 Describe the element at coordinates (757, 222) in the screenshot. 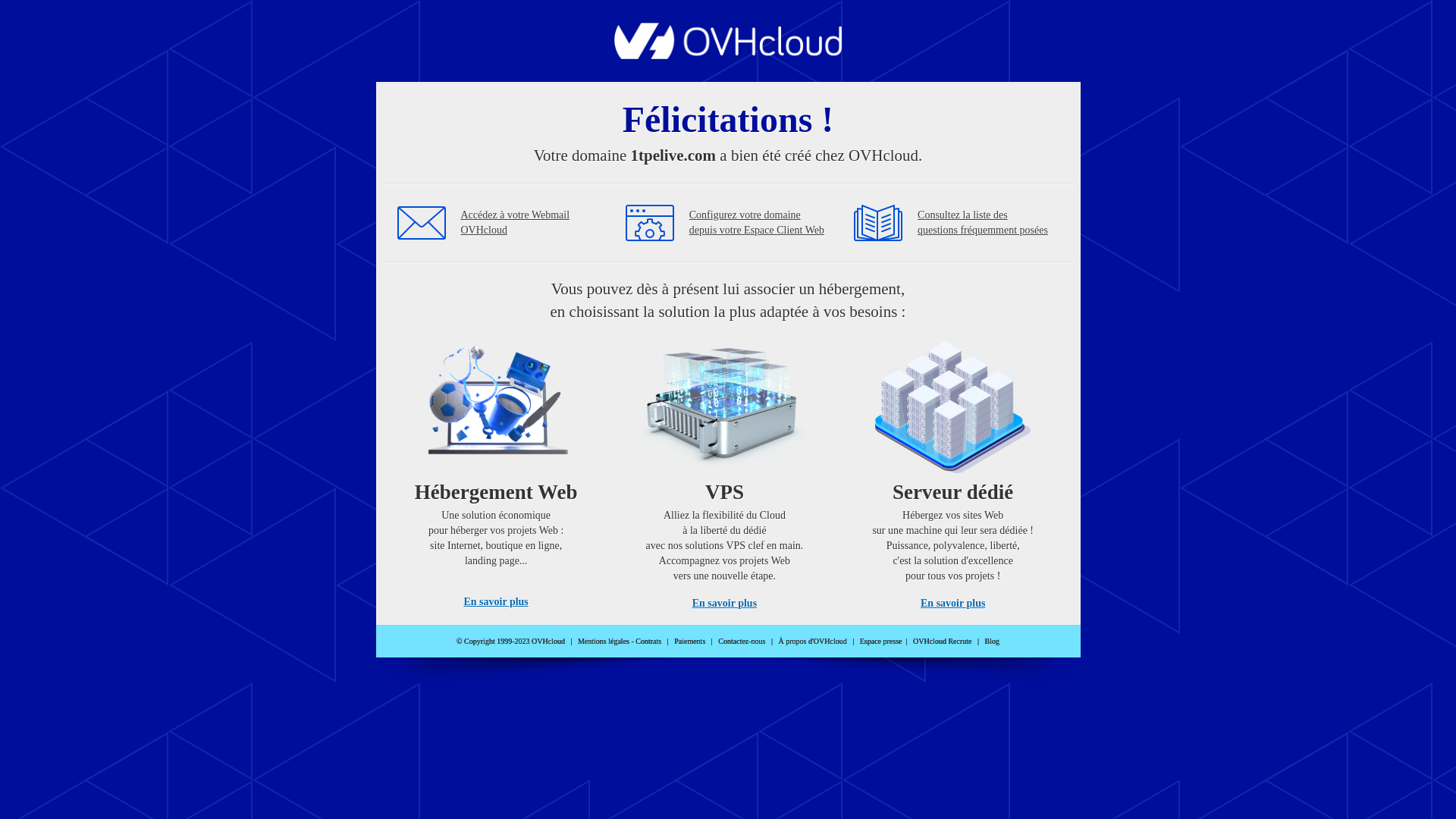

I see `'Configurez votre domaine` at that location.